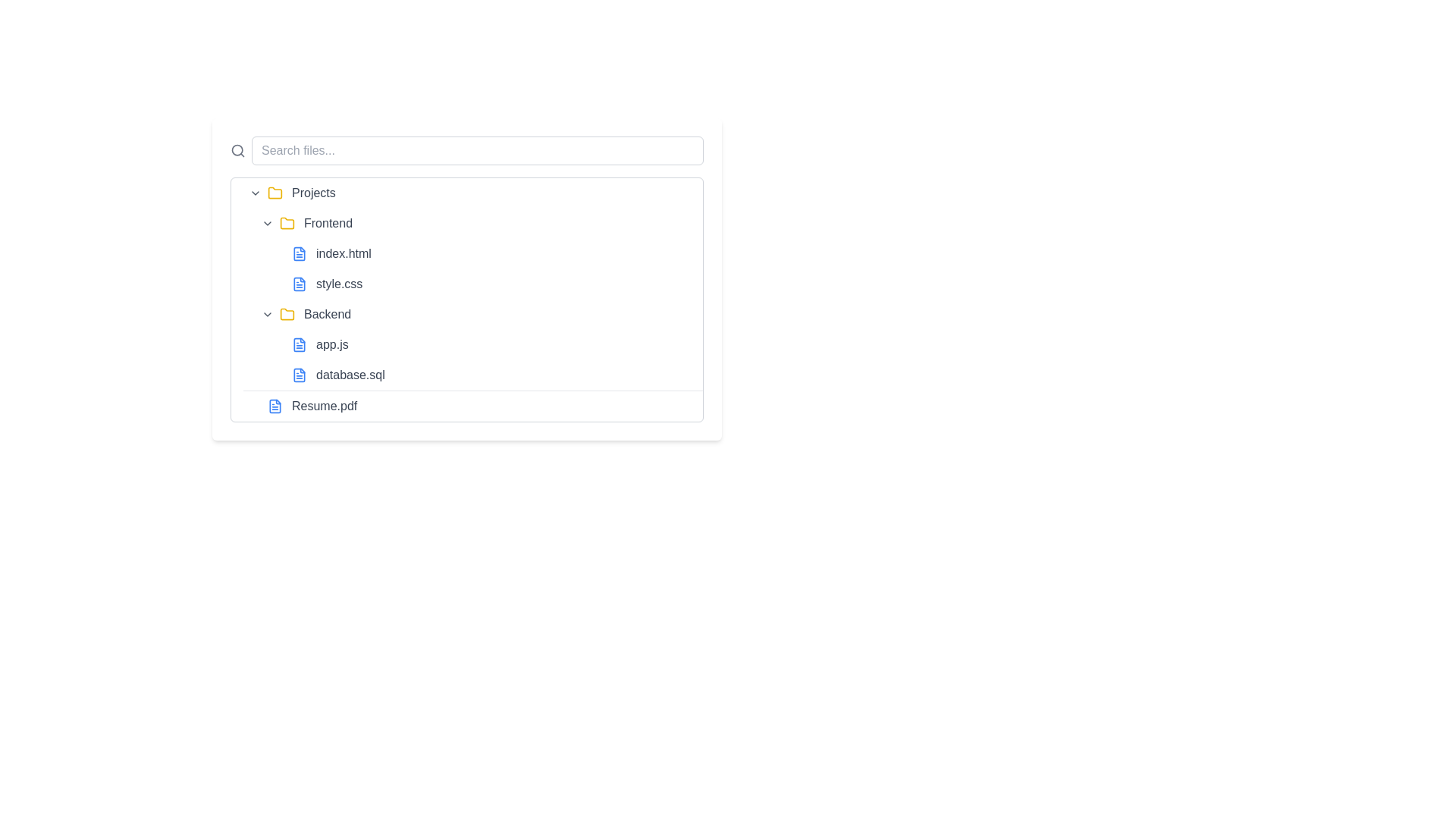 The width and height of the screenshot is (1456, 819). What do you see at coordinates (299, 284) in the screenshot?
I see `the Icon representation of the 'style.css' file located in the left column of the interface, directly to the left of the file name within the 'Frontend' folder section` at bounding box center [299, 284].